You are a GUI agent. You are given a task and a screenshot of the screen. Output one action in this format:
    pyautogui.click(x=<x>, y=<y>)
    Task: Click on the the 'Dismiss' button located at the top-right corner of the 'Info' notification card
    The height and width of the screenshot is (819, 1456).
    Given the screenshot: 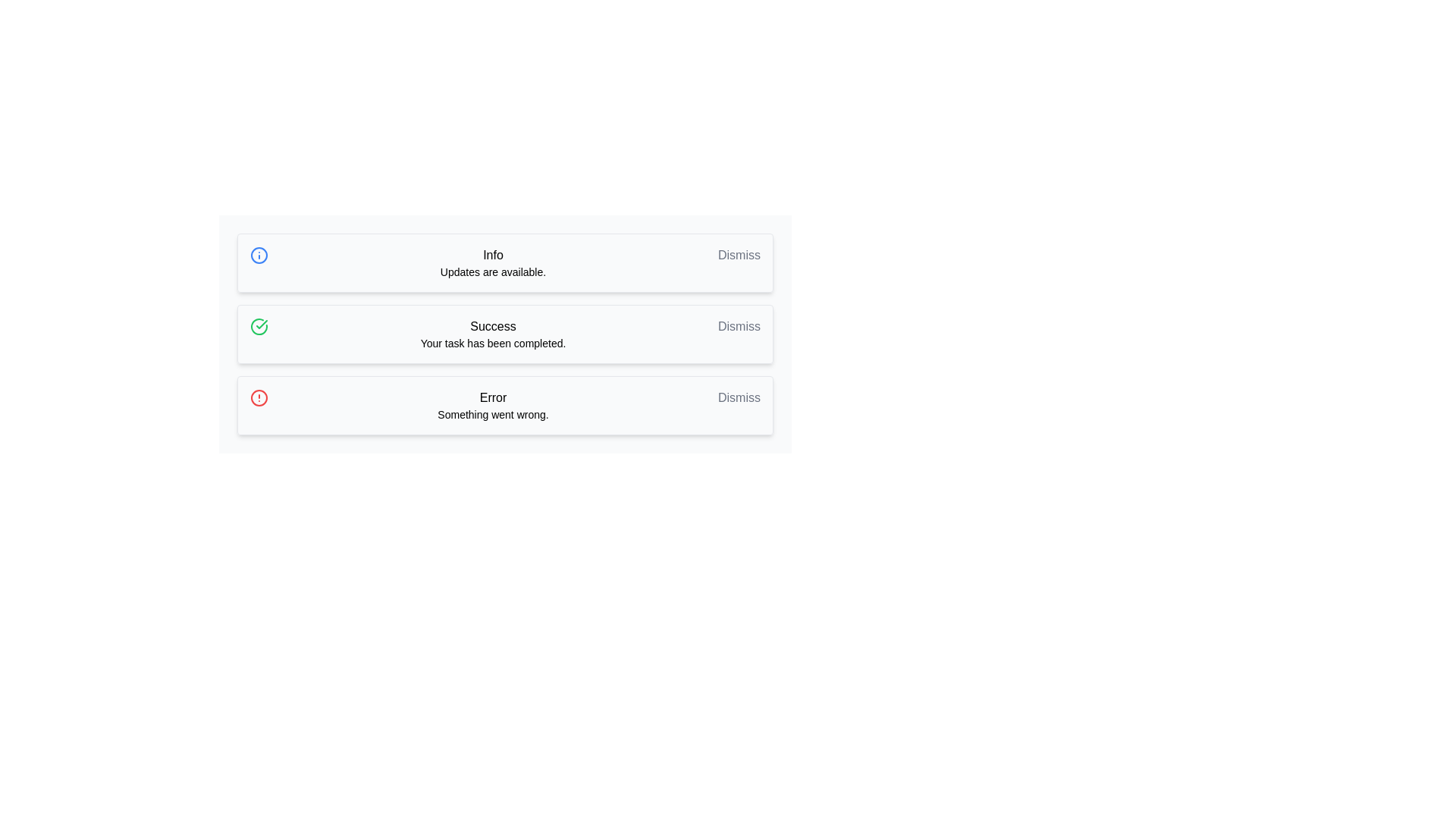 What is the action you would take?
    pyautogui.click(x=739, y=254)
    